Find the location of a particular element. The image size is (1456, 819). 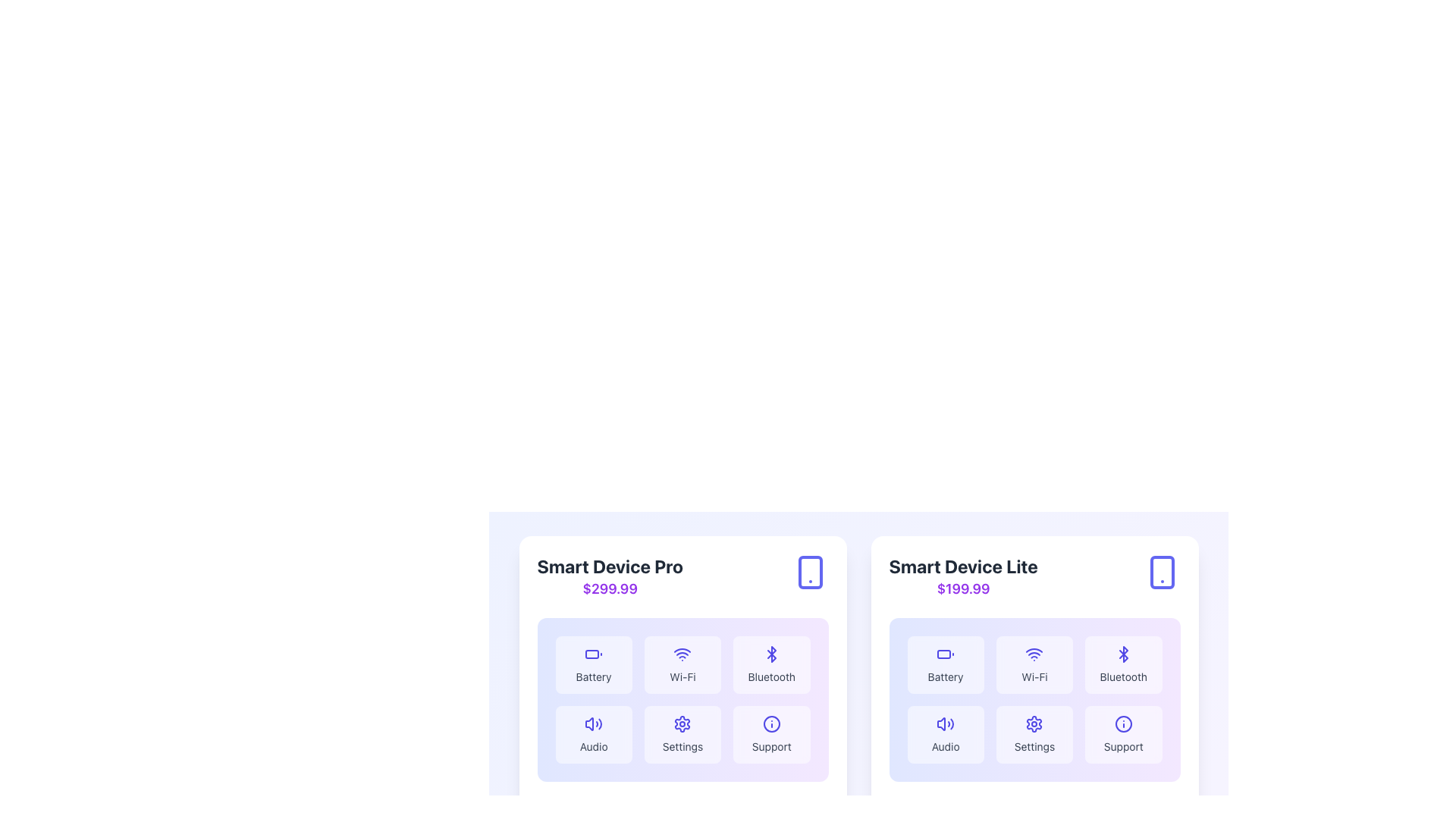

the stylized indigo Bluetooth icon is located at coordinates (771, 654).